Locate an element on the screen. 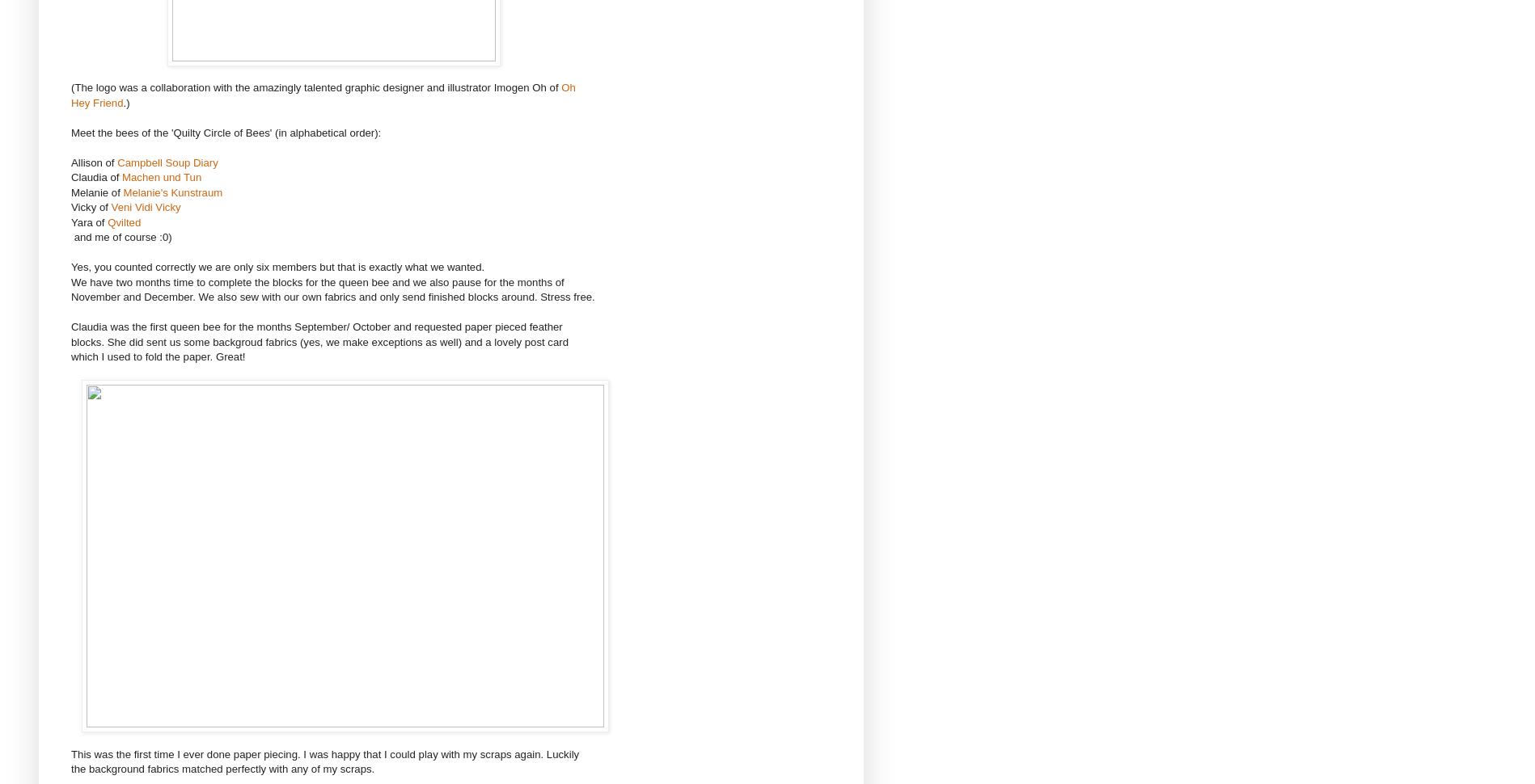  'Vicky of' is located at coordinates (91, 206).